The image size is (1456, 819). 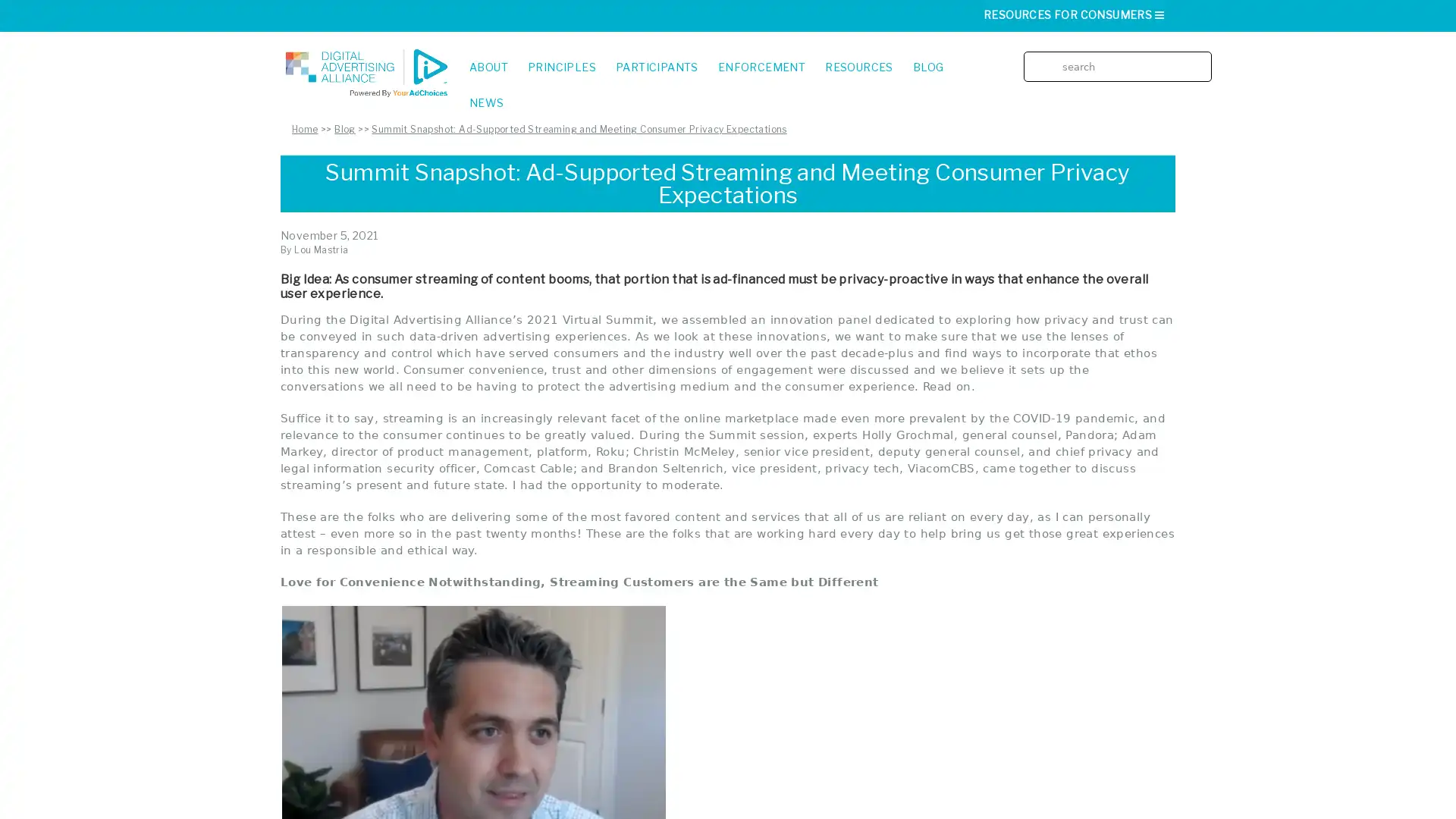 I want to click on RESOURCES FOR CONSUMERS, so click(x=1074, y=14).